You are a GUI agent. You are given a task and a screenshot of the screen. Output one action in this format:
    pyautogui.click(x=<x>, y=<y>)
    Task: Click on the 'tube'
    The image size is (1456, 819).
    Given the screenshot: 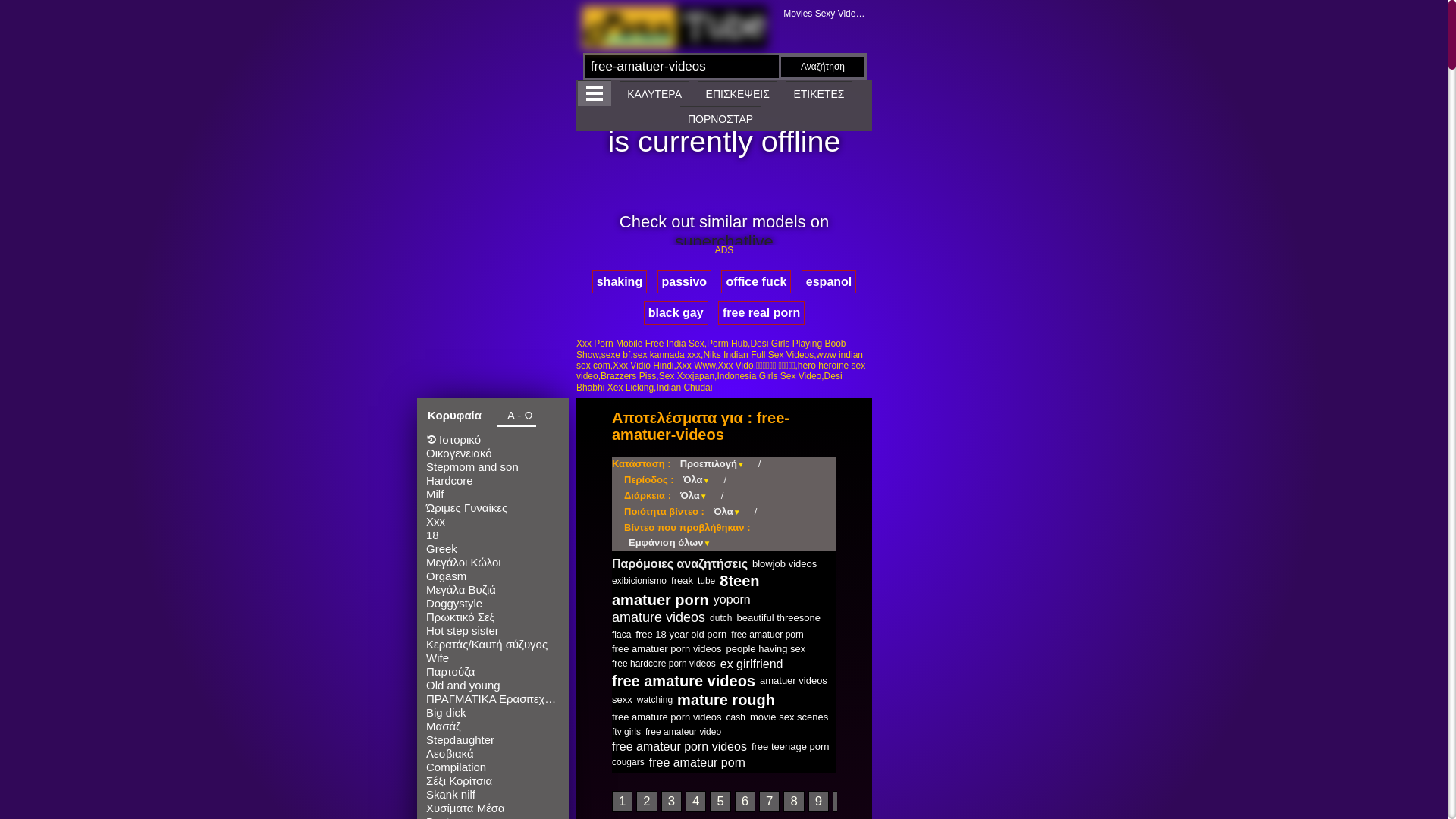 What is the action you would take?
    pyautogui.click(x=705, y=580)
    